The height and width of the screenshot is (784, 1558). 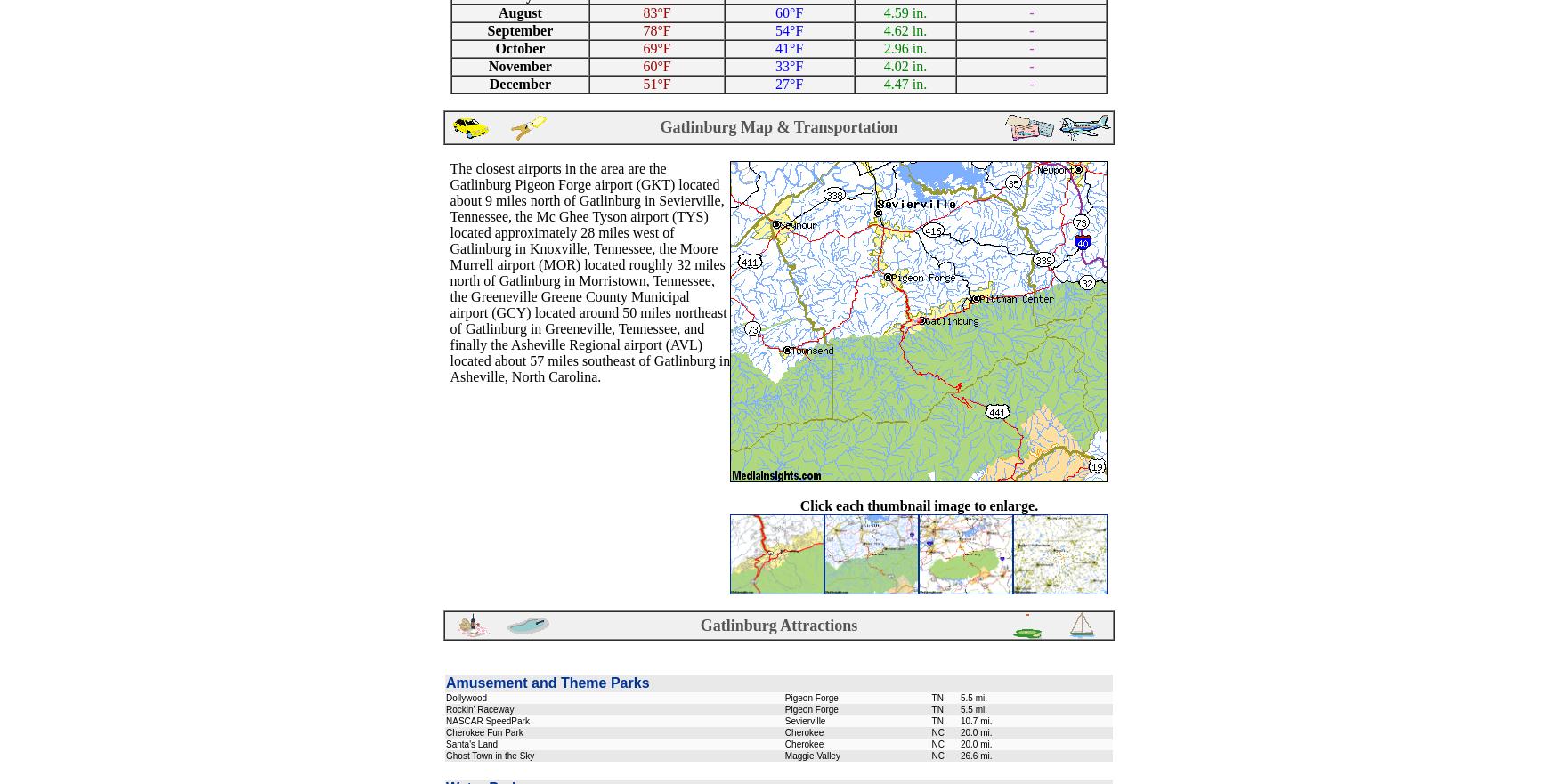 I want to click on 'Cherokee Fun Park', so click(x=483, y=731).